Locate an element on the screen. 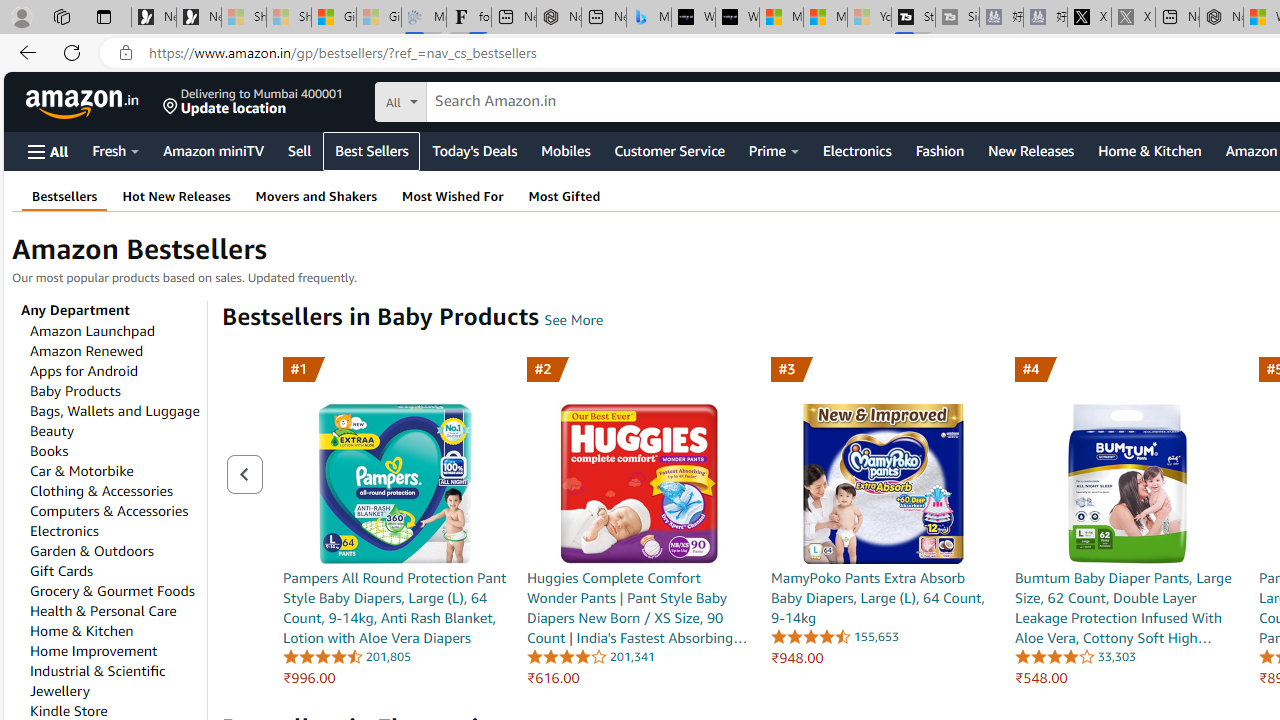 The width and height of the screenshot is (1280, 720). 'Microsoft Bing Travel - Shangri-La Hotel Bangkok' is located at coordinates (648, 17).